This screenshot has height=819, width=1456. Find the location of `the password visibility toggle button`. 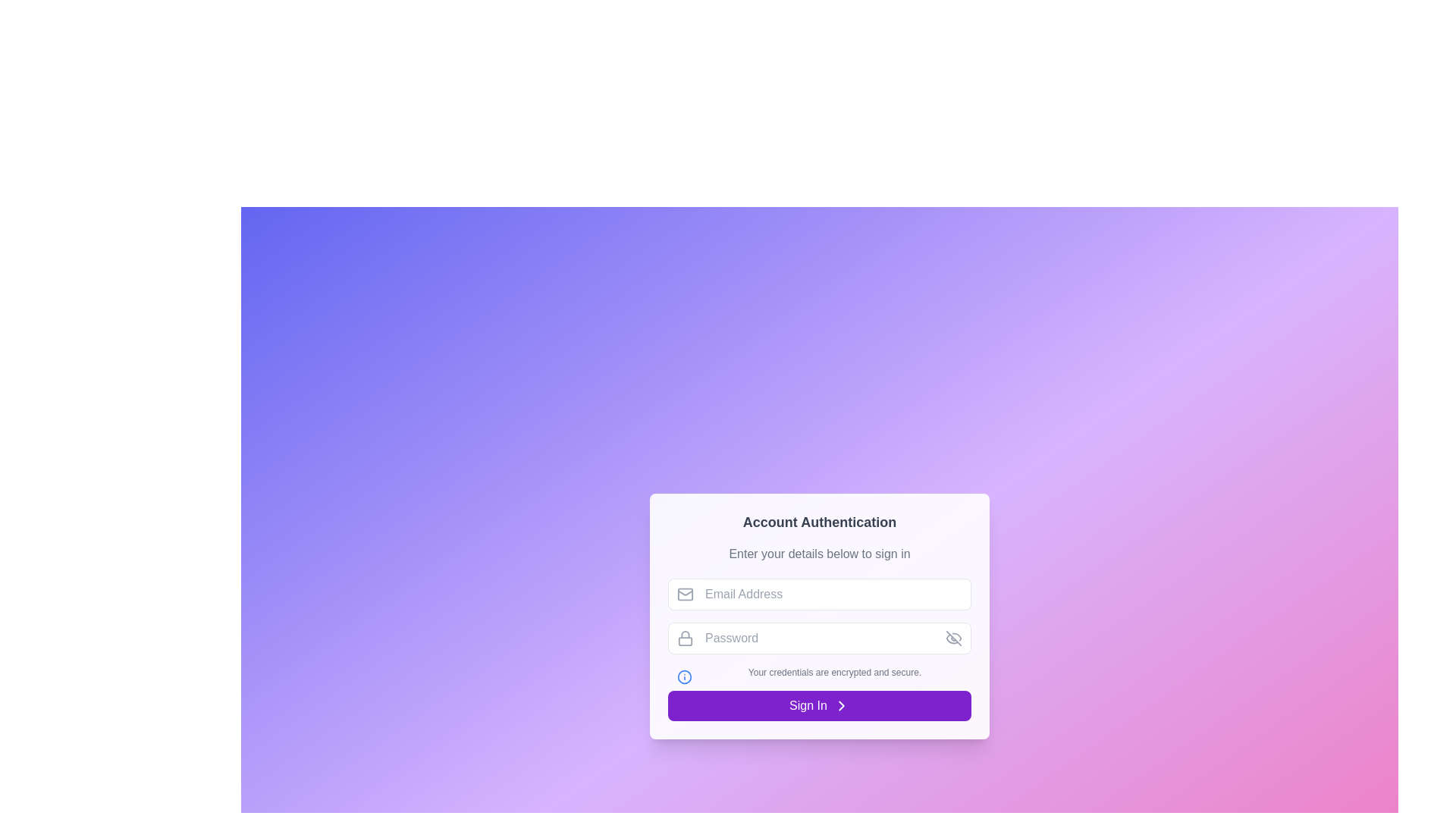

the password visibility toggle button is located at coordinates (952, 638).